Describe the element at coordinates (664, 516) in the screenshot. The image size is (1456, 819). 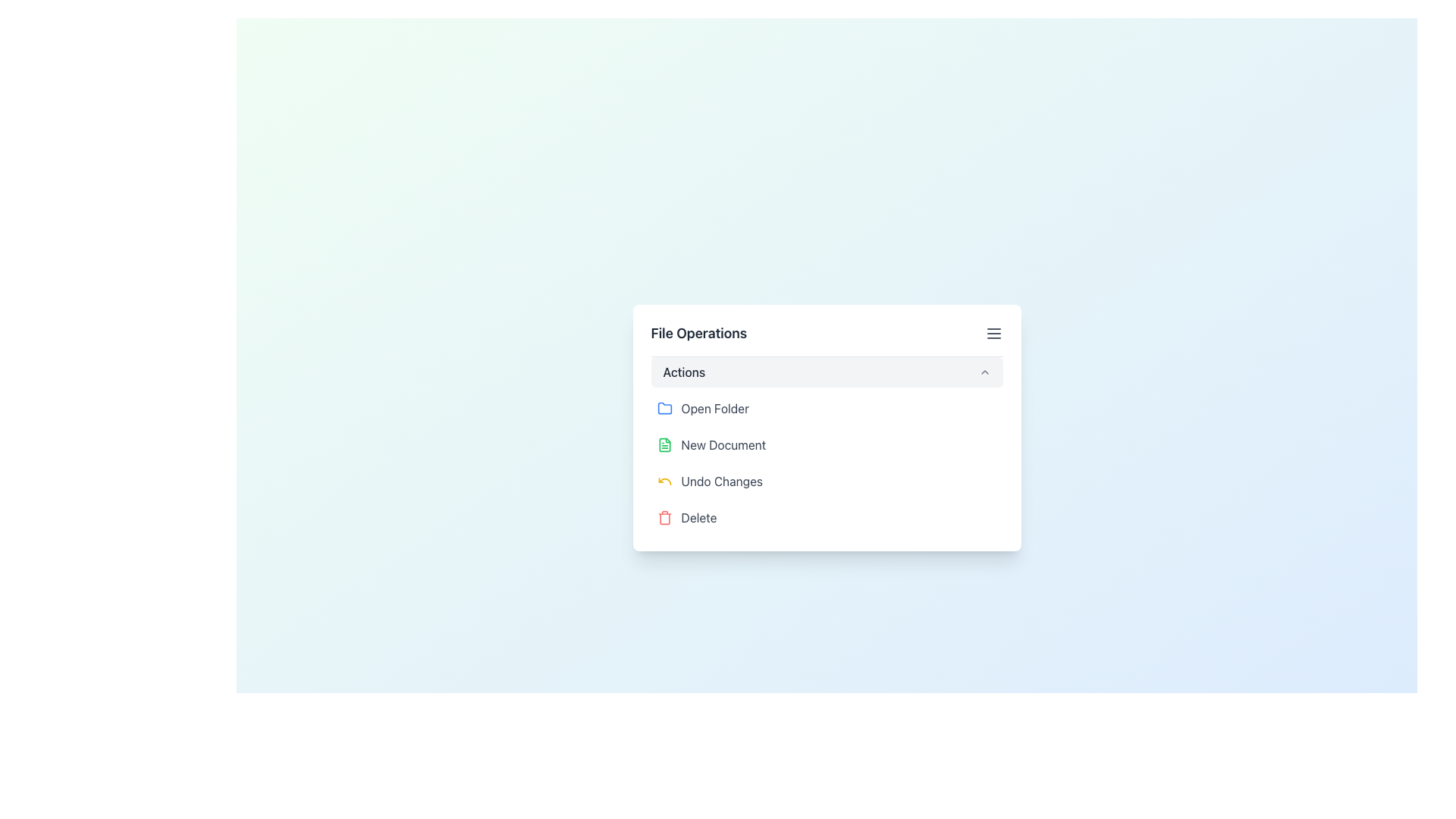
I see `the red trash bin icon located at the bottom of the 'File Operations' popup menu to initiate the delete action` at that location.